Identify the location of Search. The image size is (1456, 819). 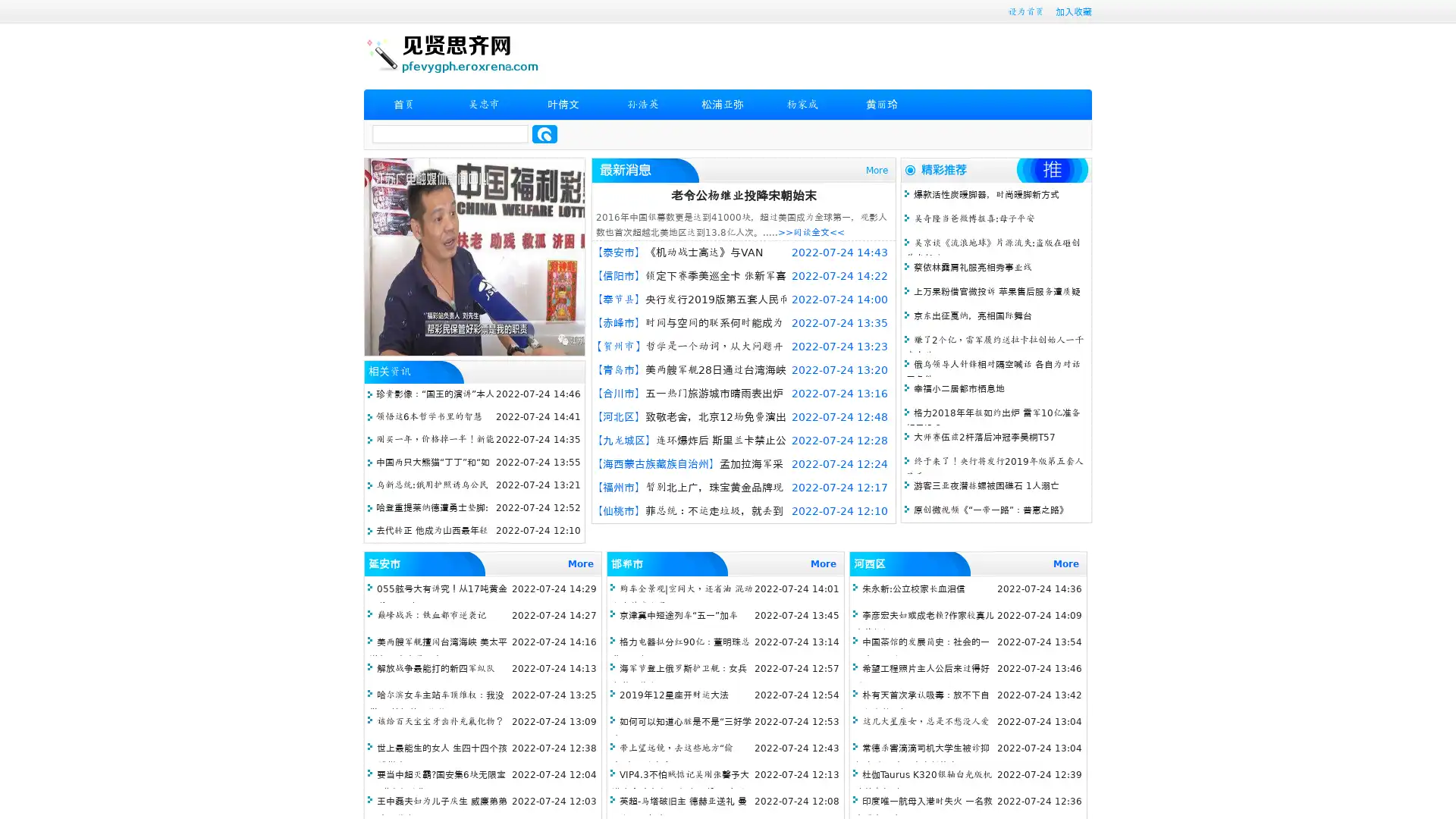
(544, 133).